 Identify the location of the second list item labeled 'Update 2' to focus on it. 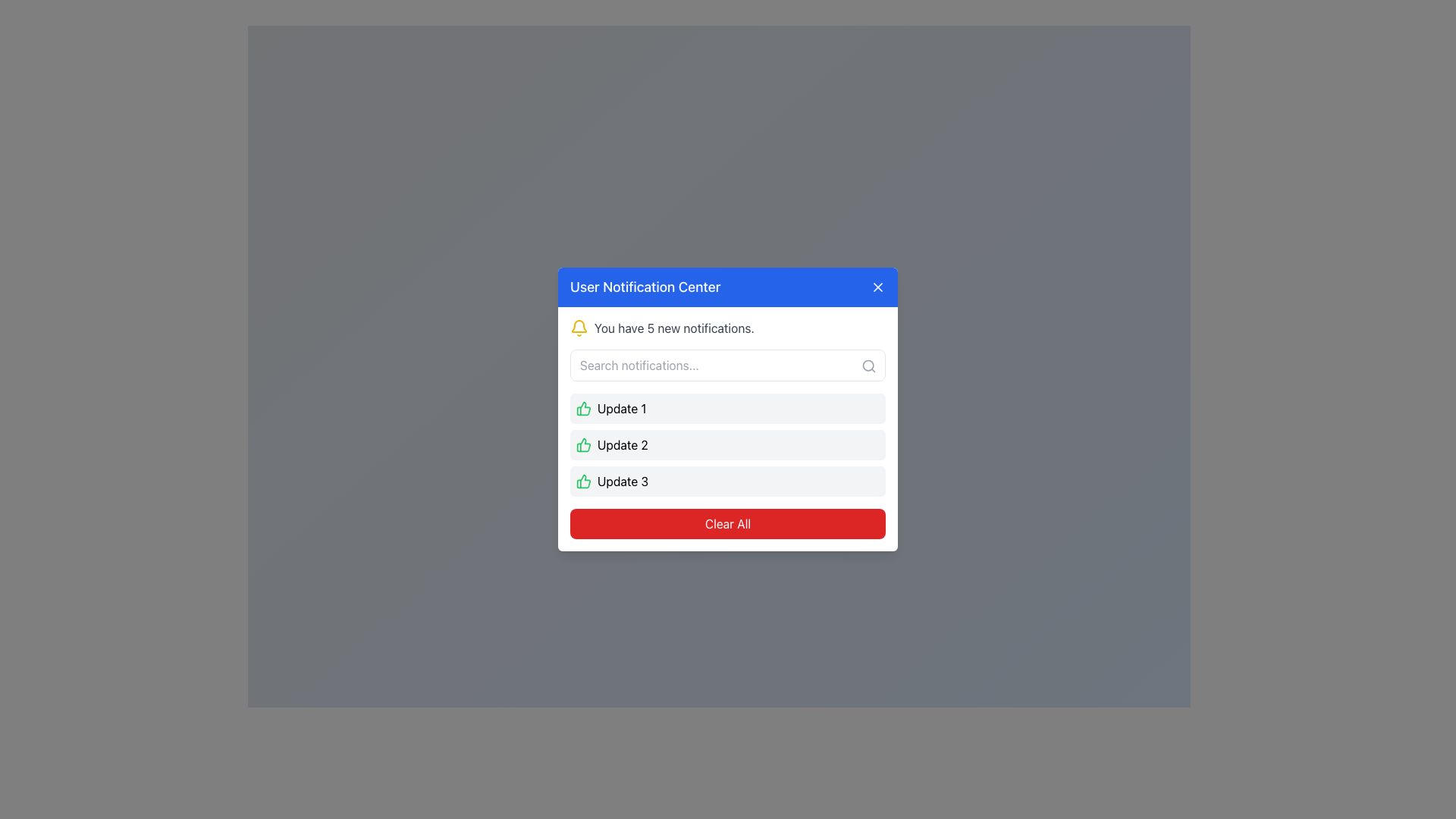
(728, 444).